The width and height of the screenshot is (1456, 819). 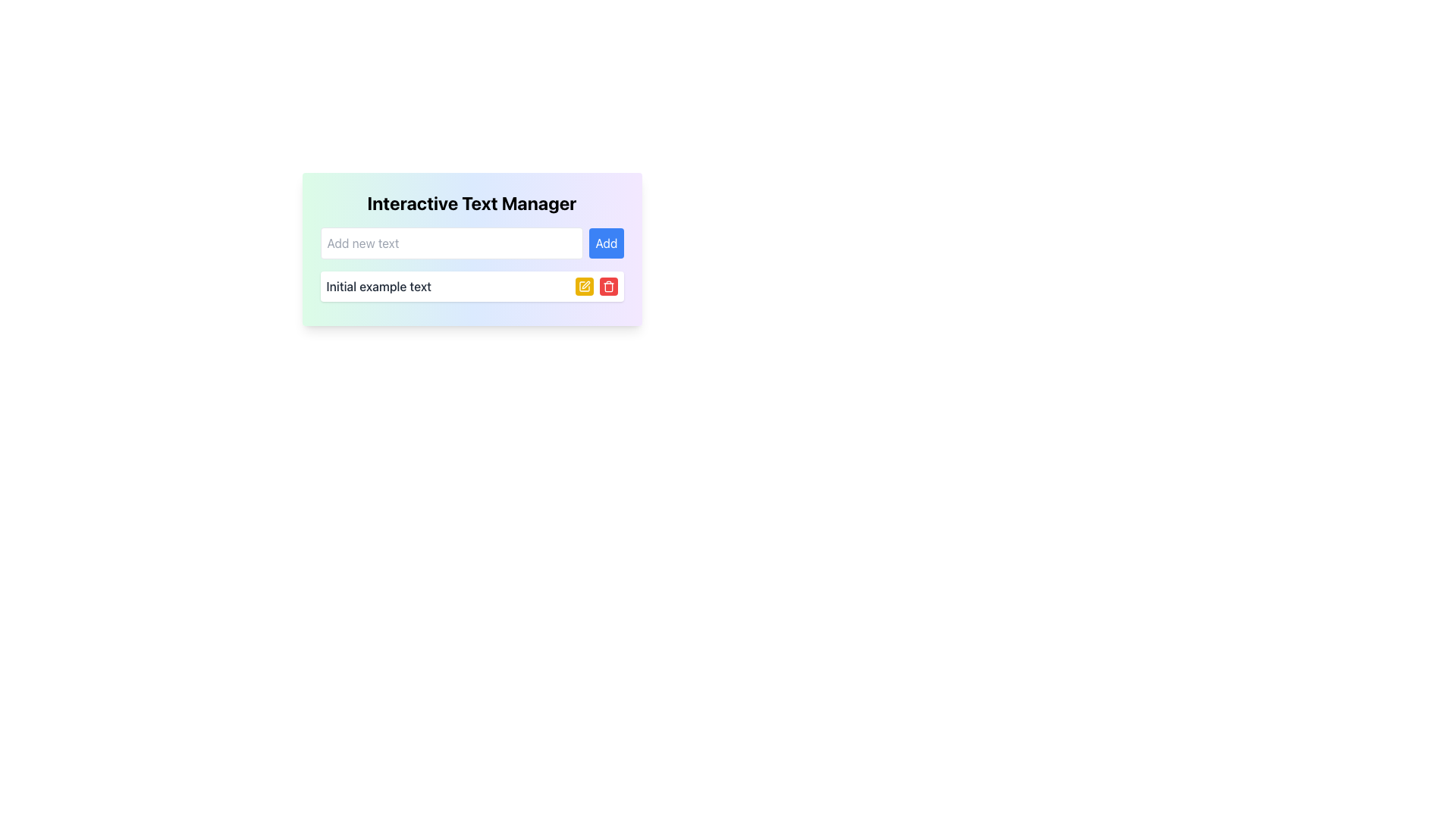 What do you see at coordinates (608, 287) in the screenshot?
I see `the small rounded rectangular button with a red background and white trash can icon, located as the second button on the right in the horizontal row below the 'Initial example text' input field` at bounding box center [608, 287].